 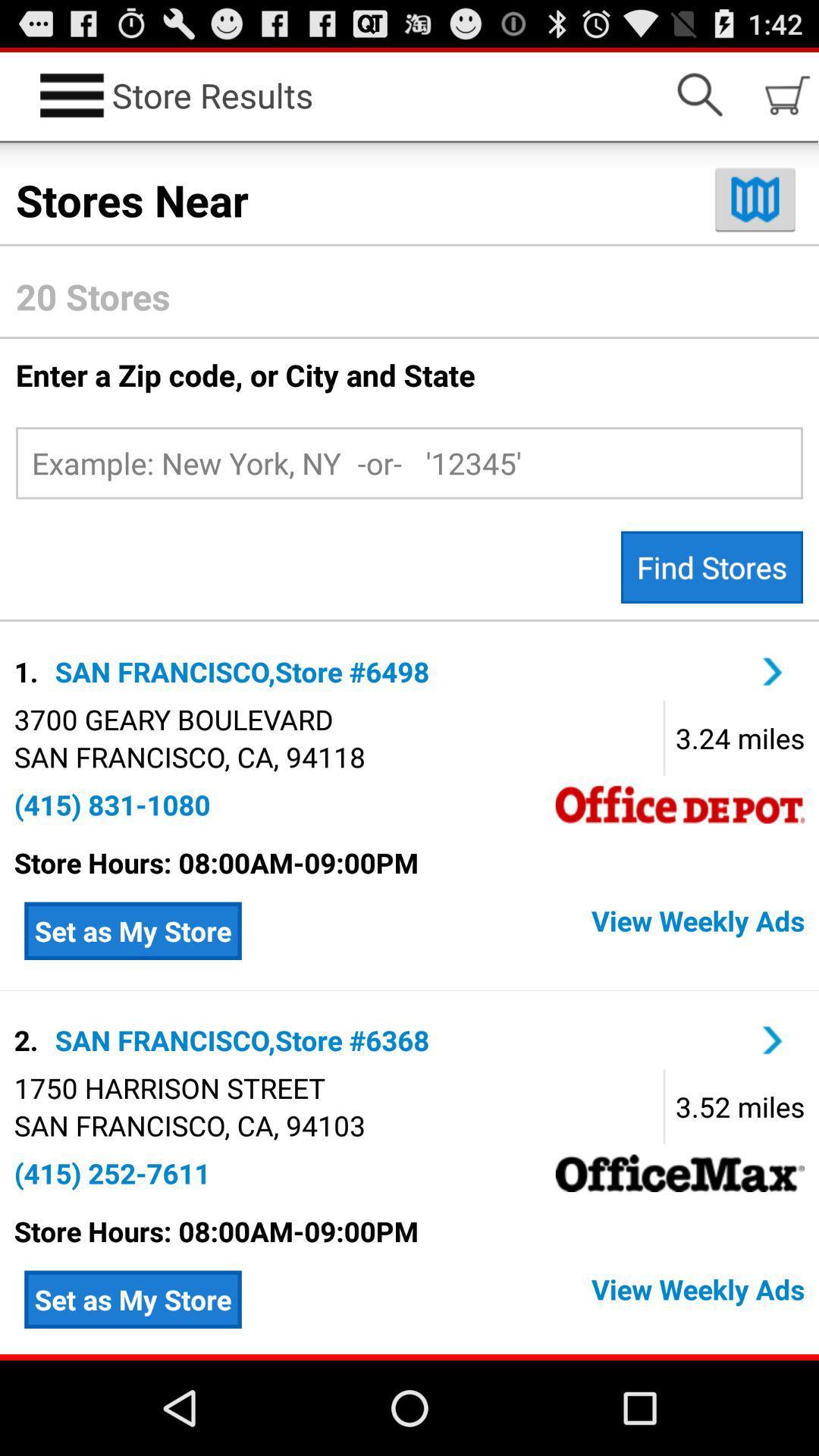 I want to click on page, so click(x=773, y=670).